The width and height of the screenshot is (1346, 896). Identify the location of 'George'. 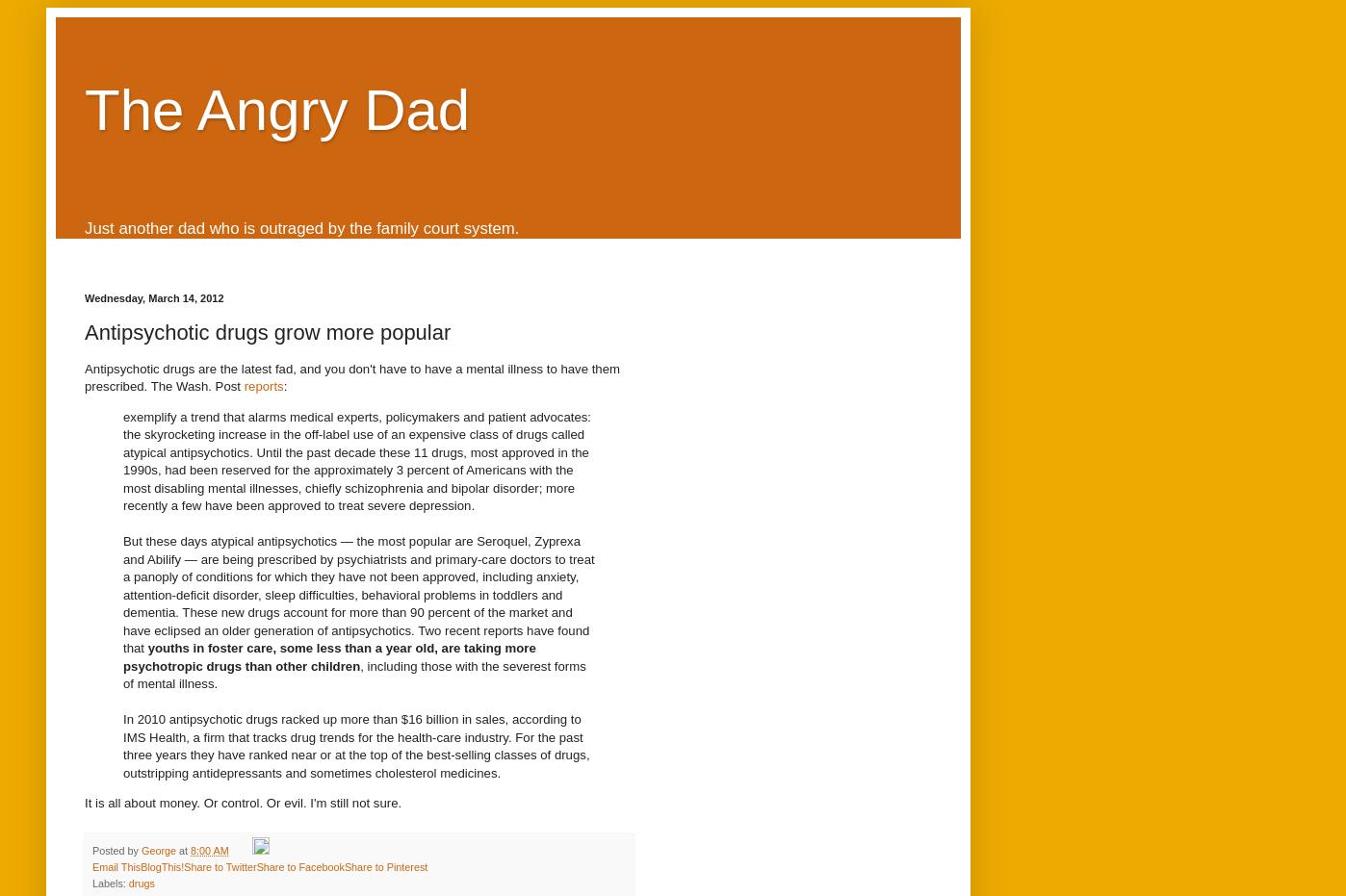
(158, 849).